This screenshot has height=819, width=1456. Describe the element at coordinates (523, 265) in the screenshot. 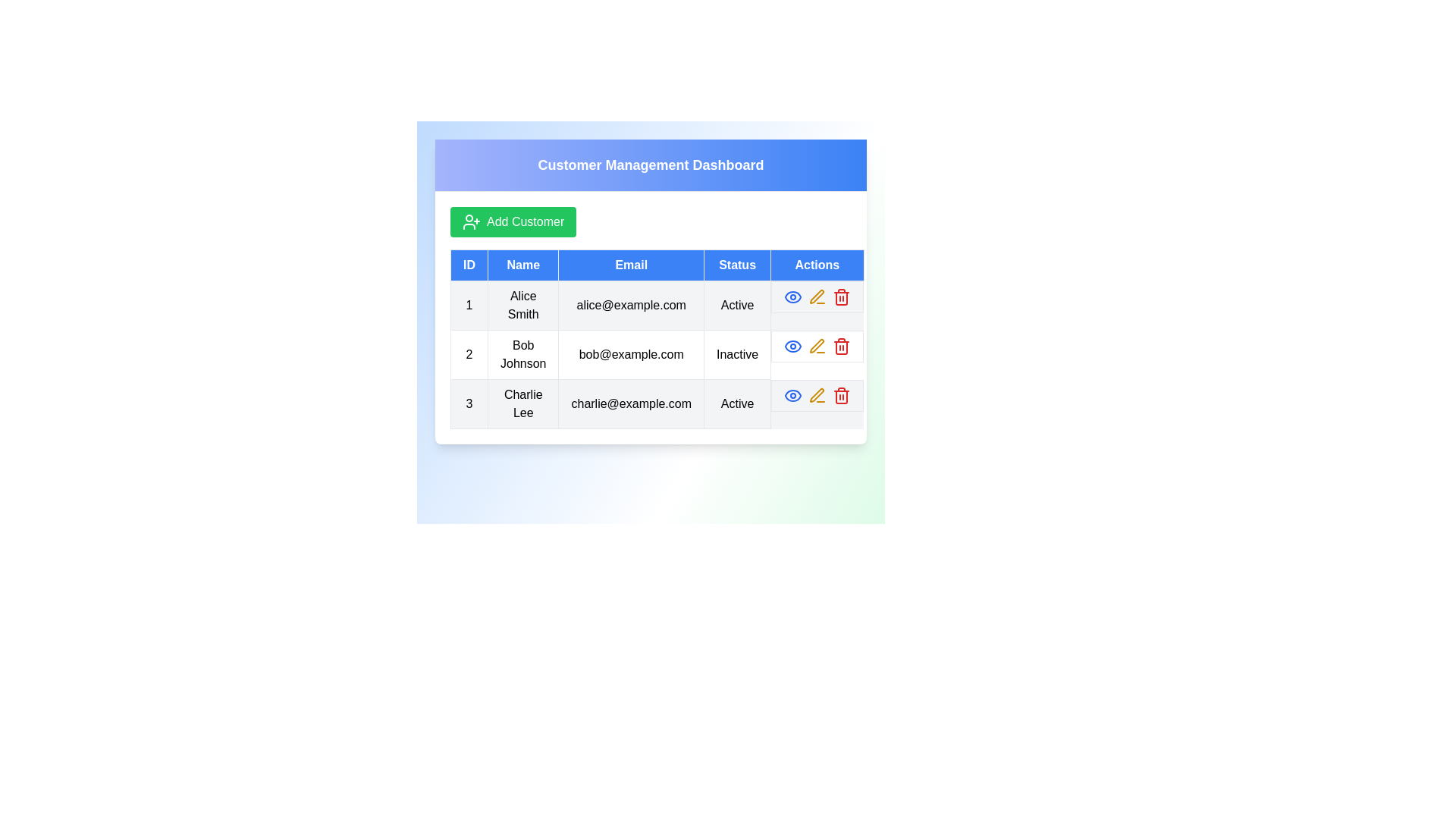

I see `the column header Name to sort the data` at that location.